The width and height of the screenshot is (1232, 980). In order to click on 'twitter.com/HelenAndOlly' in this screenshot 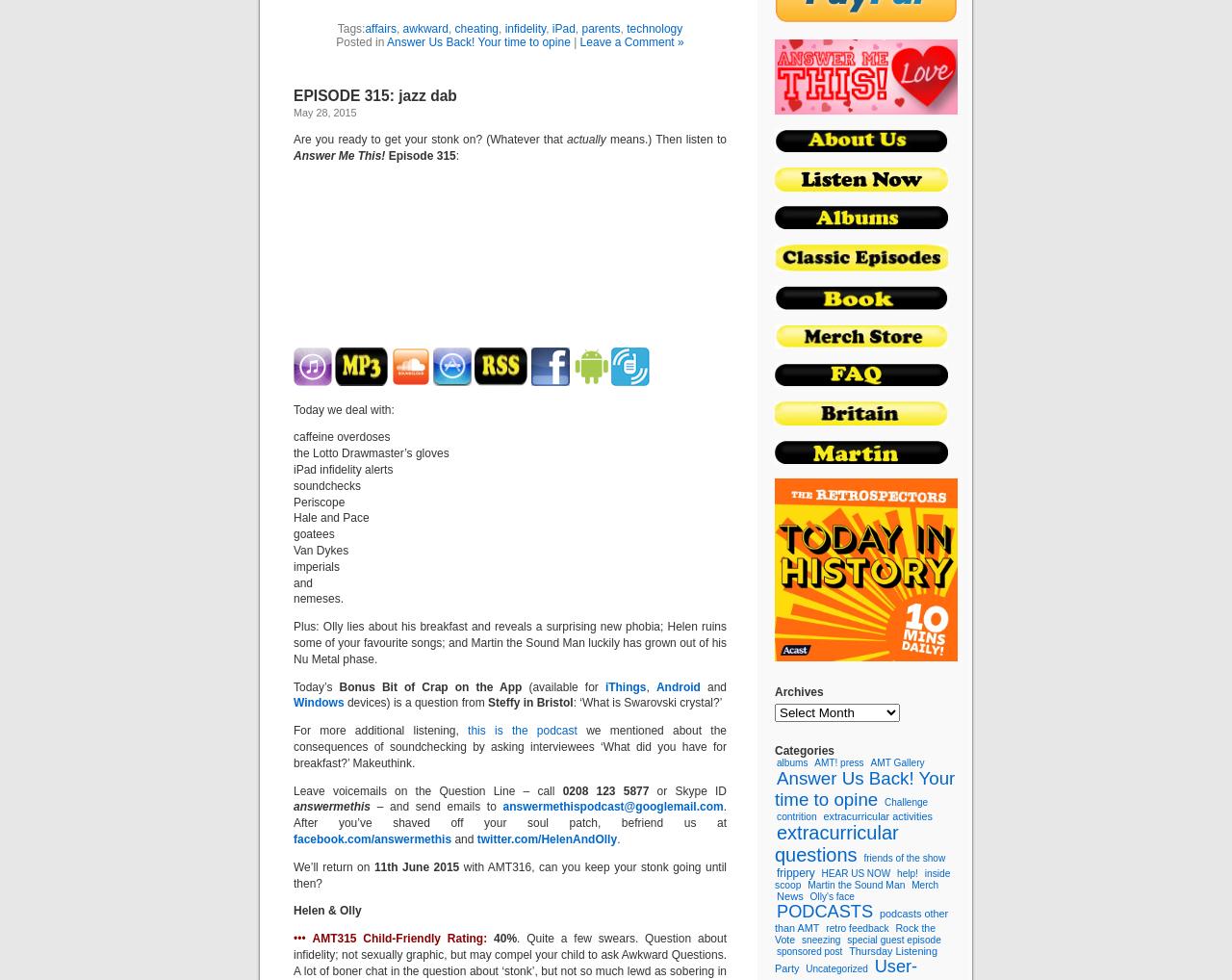, I will do `click(545, 838)`.